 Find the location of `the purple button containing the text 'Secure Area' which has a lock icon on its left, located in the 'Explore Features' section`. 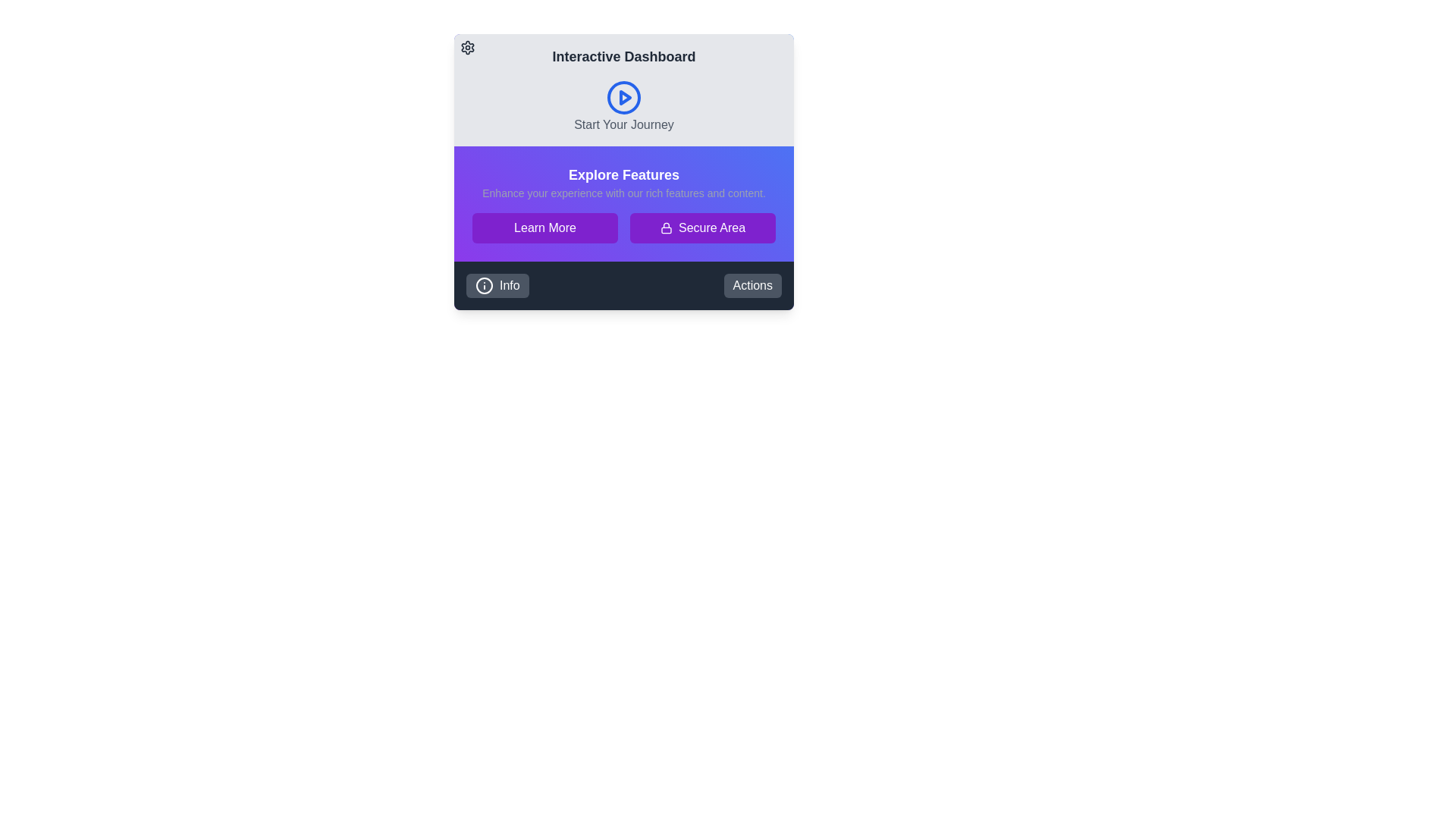

the purple button containing the text 'Secure Area' which has a lock icon on its left, located in the 'Explore Features' section is located at coordinates (711, 227).